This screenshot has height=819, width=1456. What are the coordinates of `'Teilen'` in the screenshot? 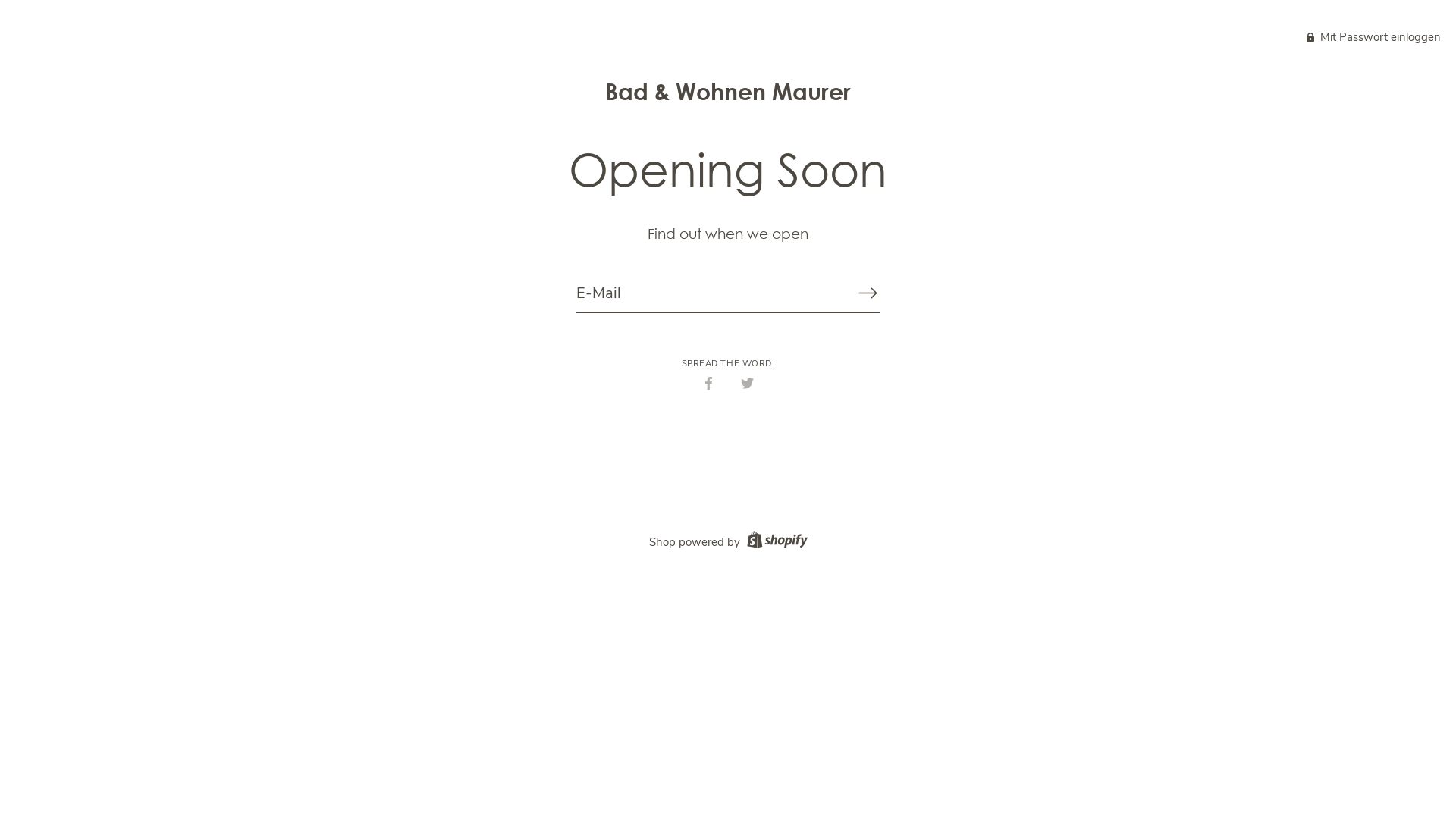 It's located at (701, 381).